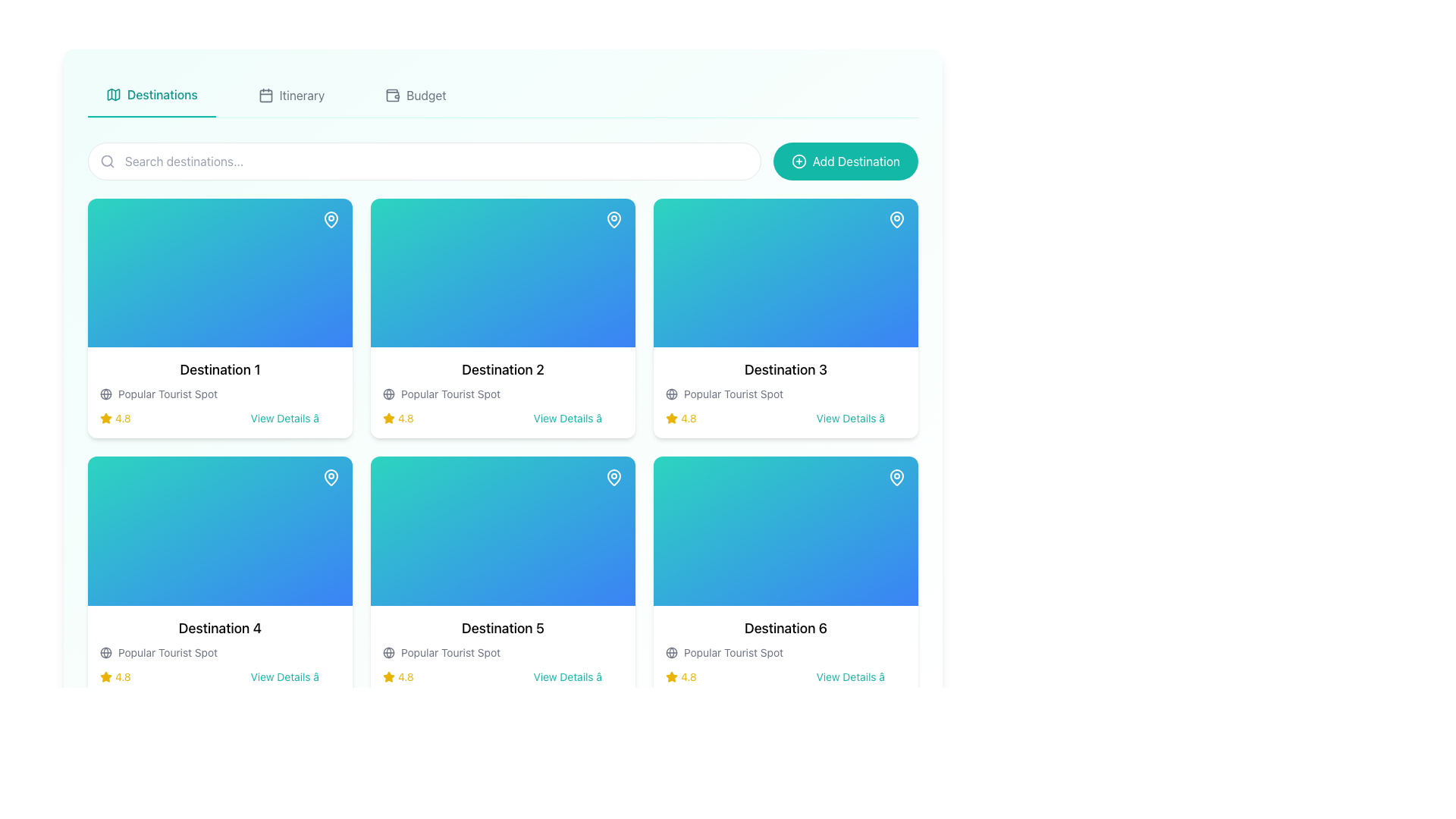 The width and height of the screenshot is (1456, 819). Describe the element at coordinates (798, 161) in the screenshot. I see `the circular plus-icon element within the 'Add Destination' button located at the top-right corner of the interface` at that location.